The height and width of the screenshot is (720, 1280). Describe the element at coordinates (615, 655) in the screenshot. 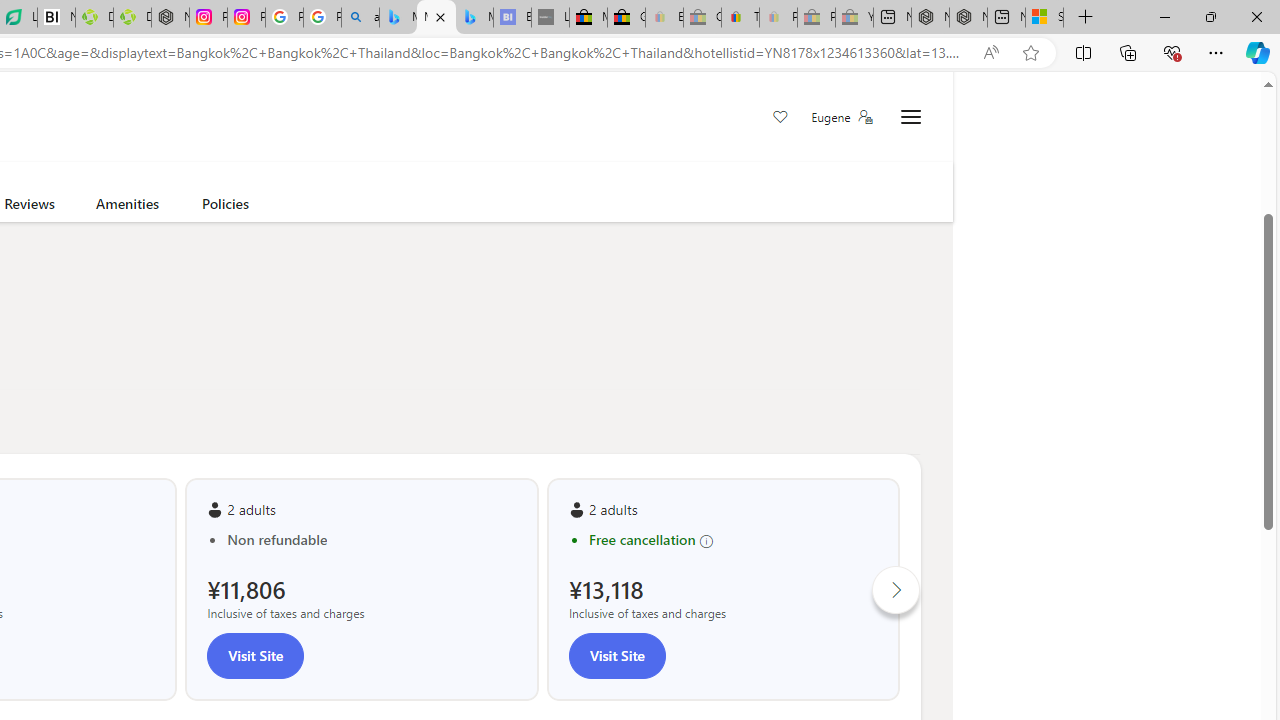

I see `'Visit Site'` at that location.